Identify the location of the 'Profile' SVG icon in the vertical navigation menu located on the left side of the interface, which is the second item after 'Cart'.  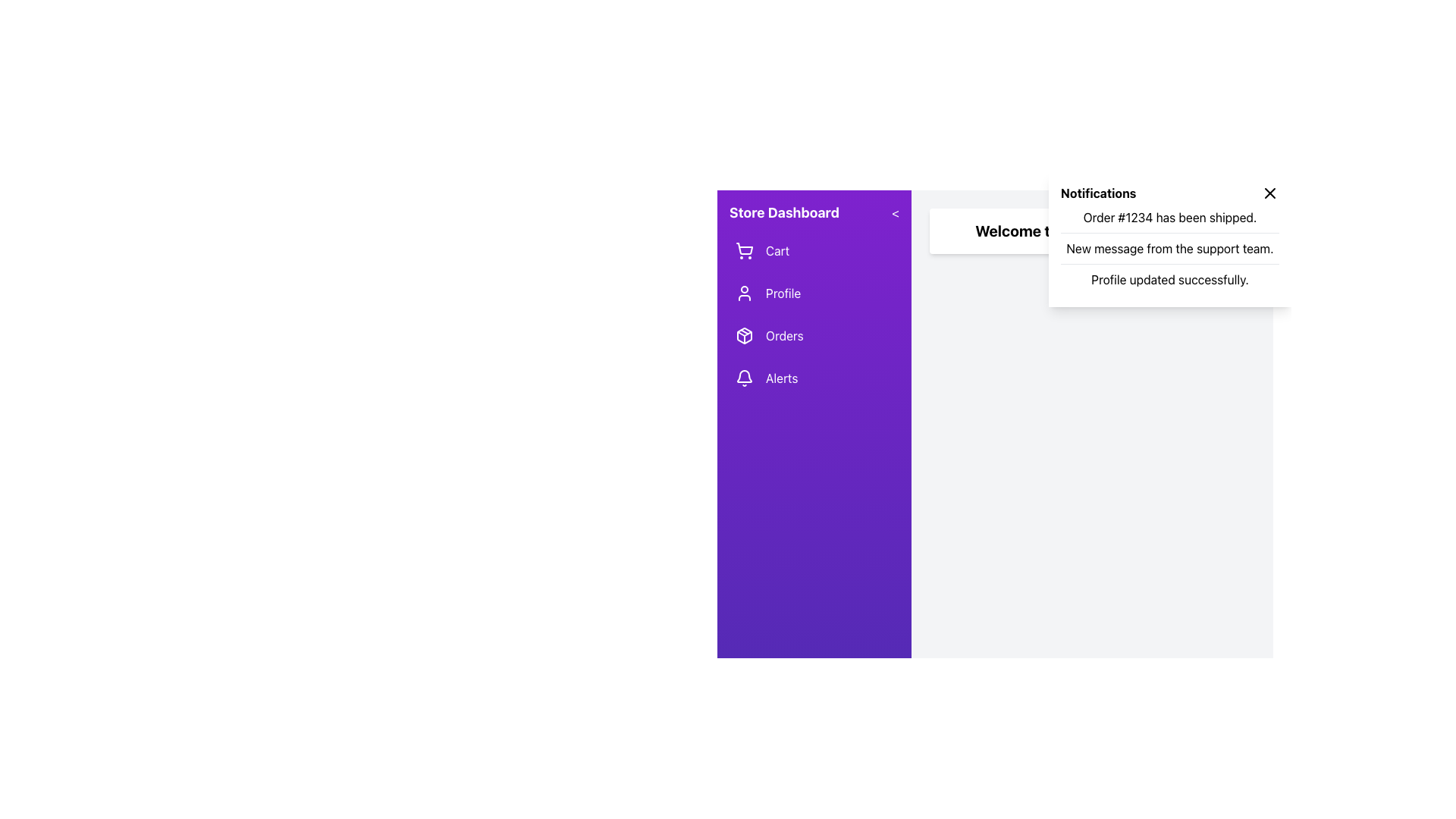
(745, 293).